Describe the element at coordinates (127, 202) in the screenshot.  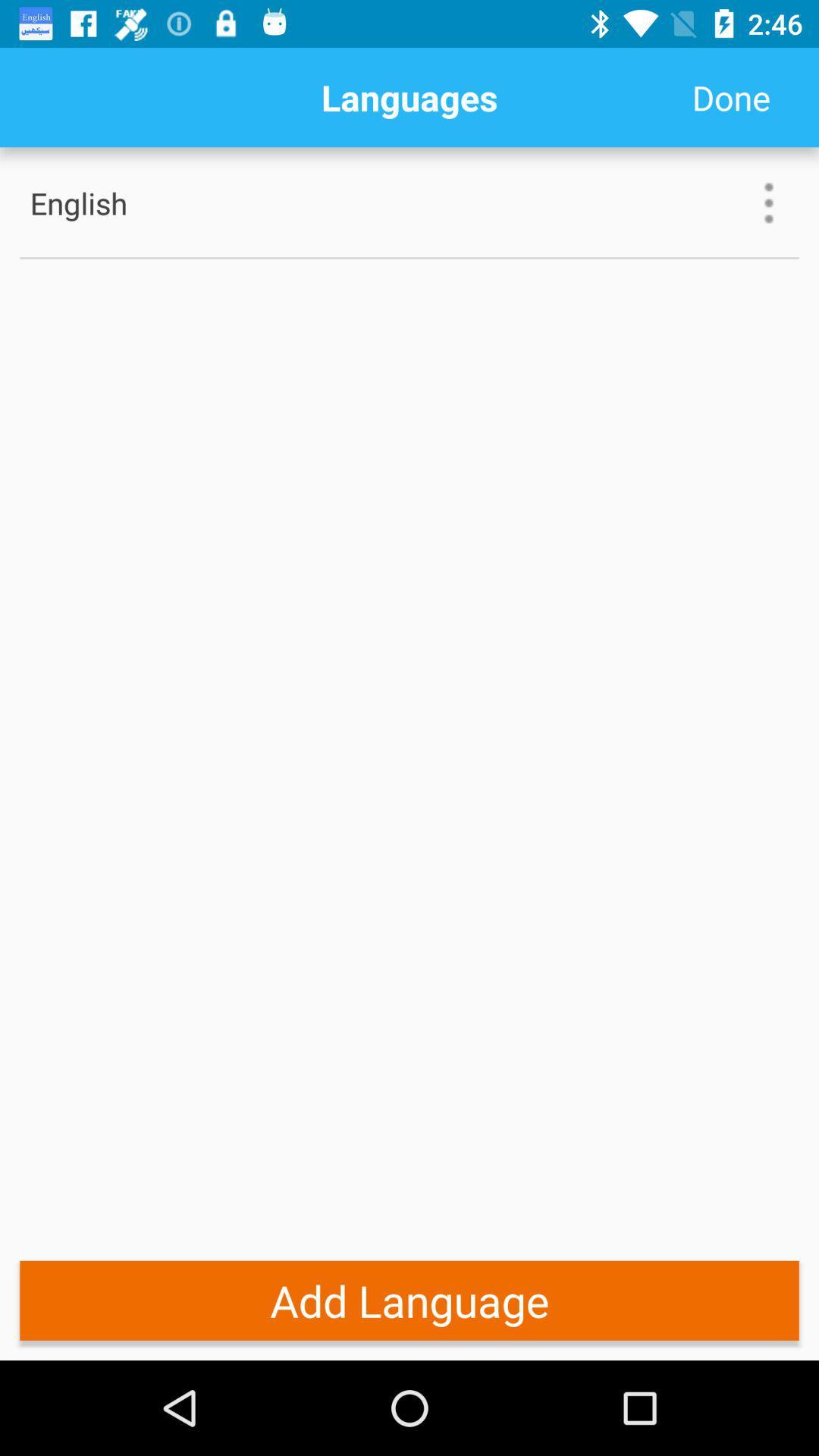
I see `the english item` at that location.